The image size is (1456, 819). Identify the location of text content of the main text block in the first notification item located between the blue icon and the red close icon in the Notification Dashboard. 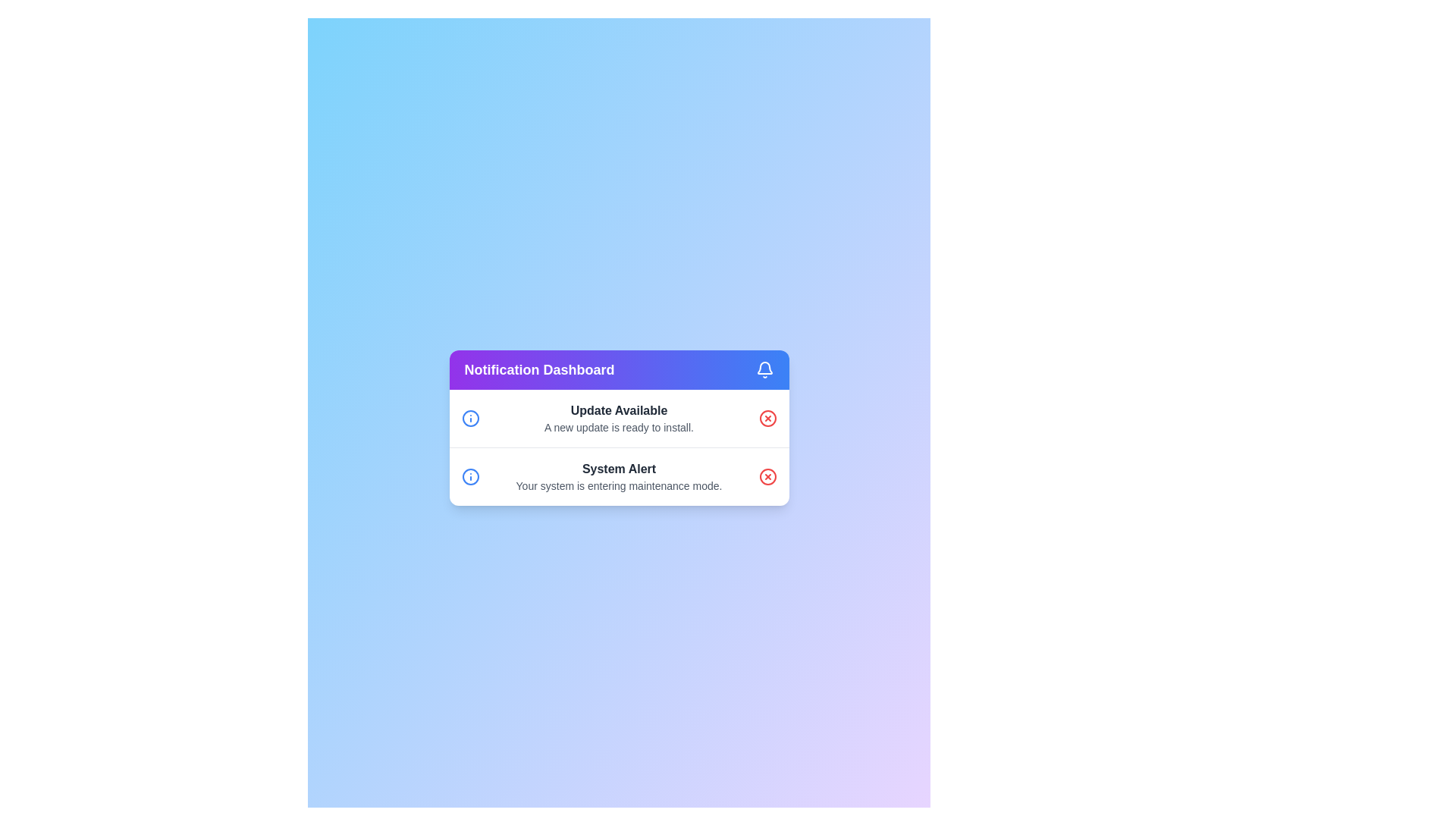
(619, 418).